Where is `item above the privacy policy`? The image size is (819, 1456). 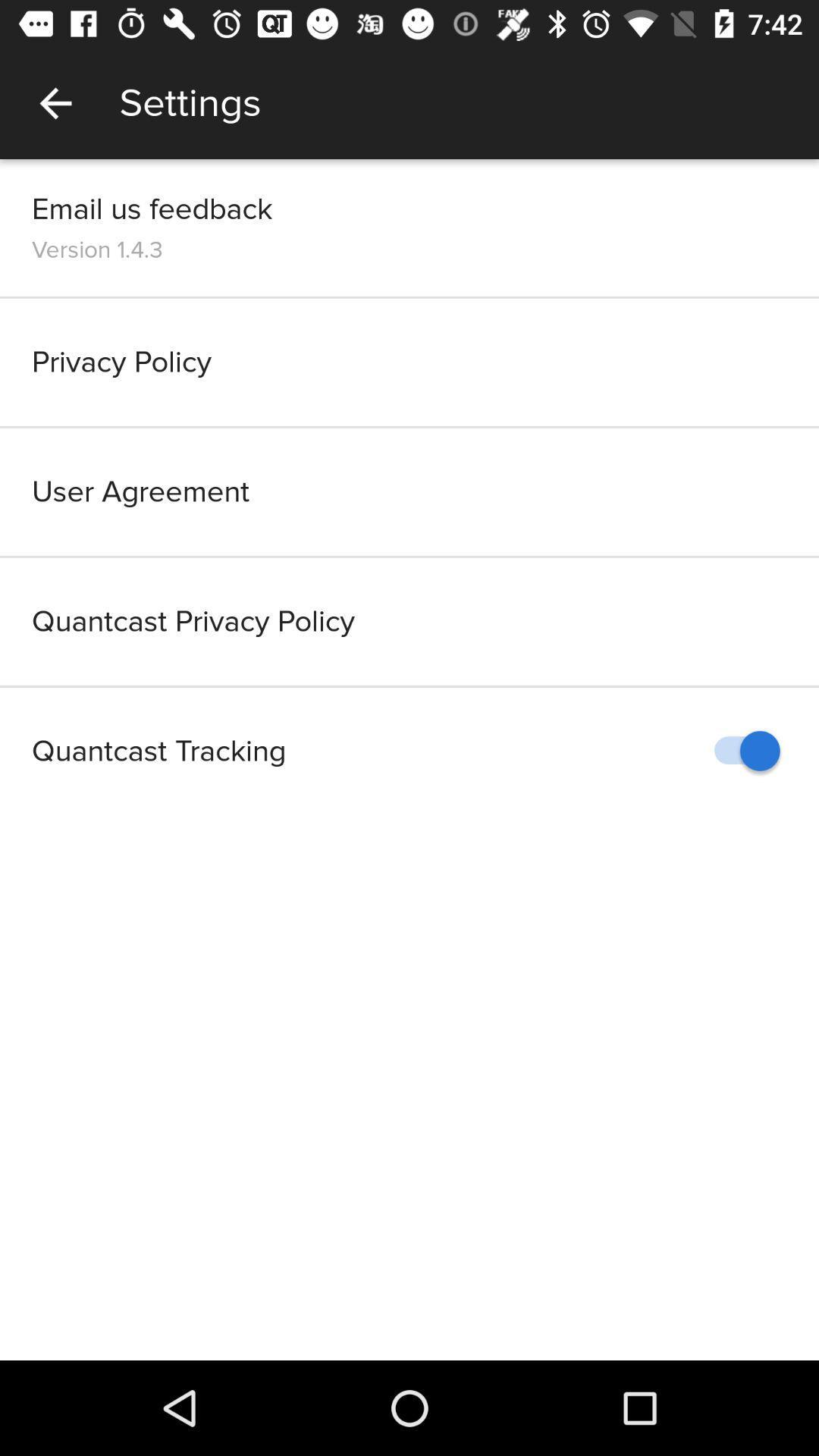 item above the privacy policy is located at coordinates (97, 249).